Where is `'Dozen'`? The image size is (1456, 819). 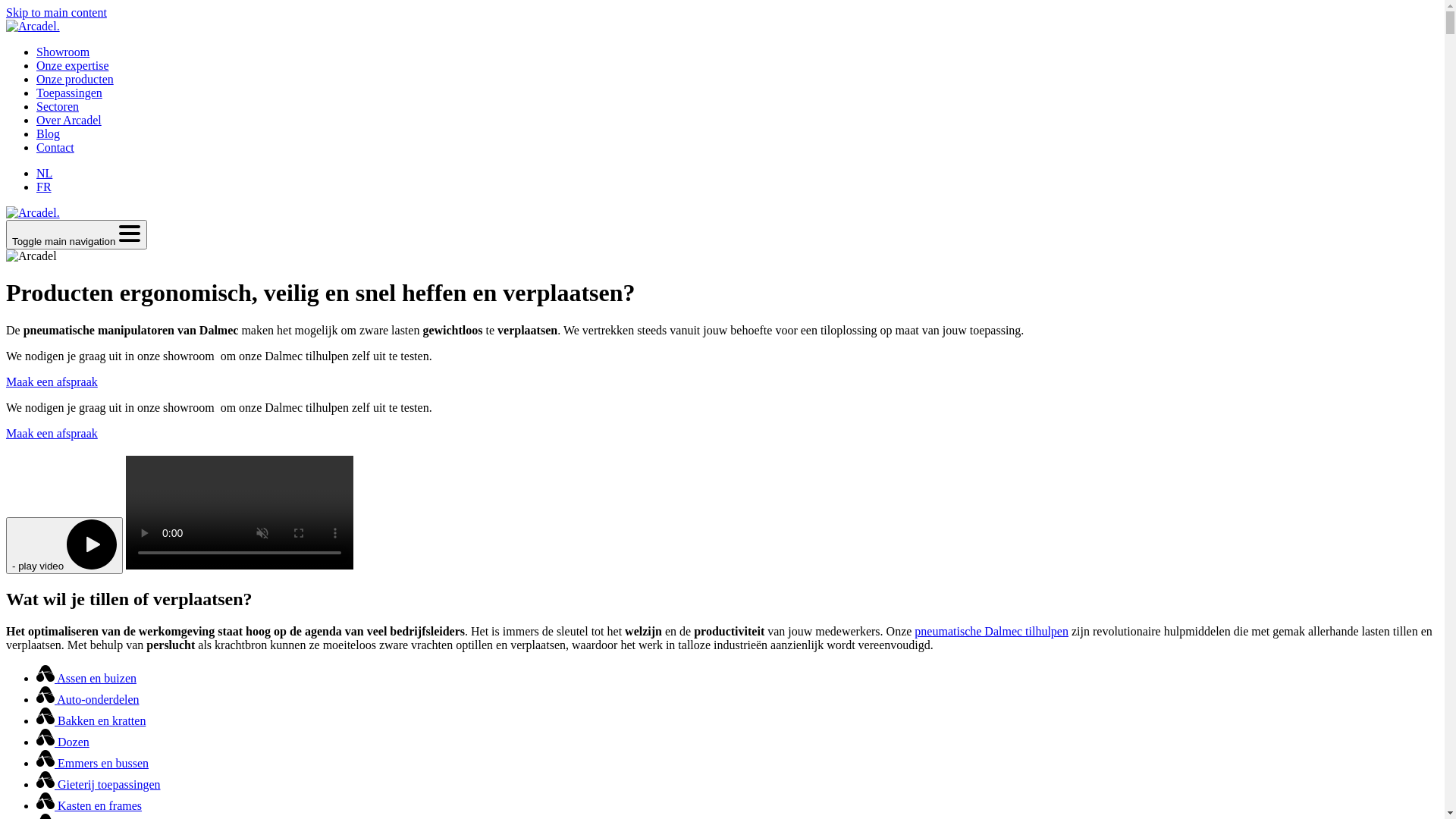 'Dozen' is located at coordinates (61, 741).